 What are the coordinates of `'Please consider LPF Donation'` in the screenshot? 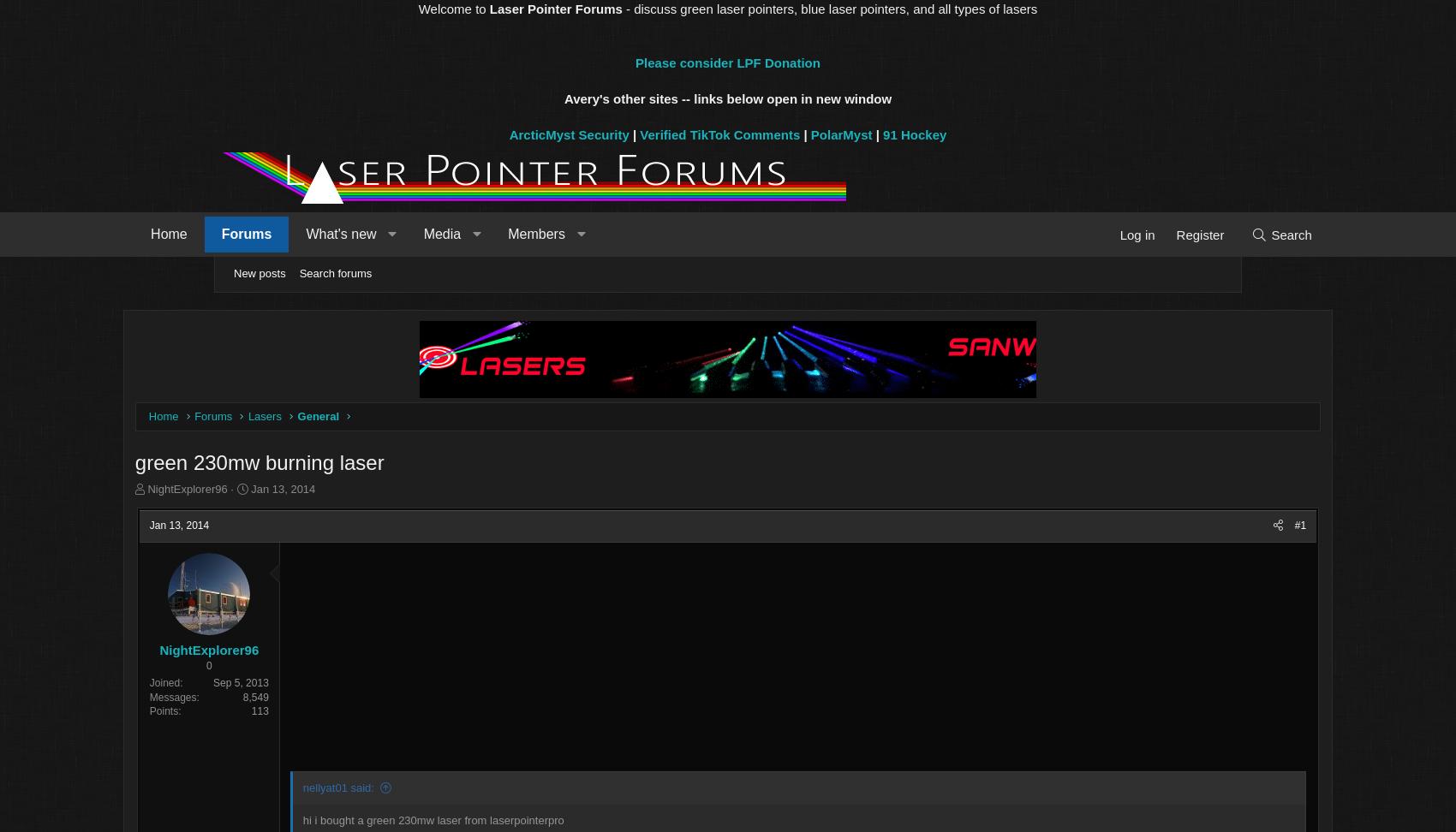 It's located at (726, 62).